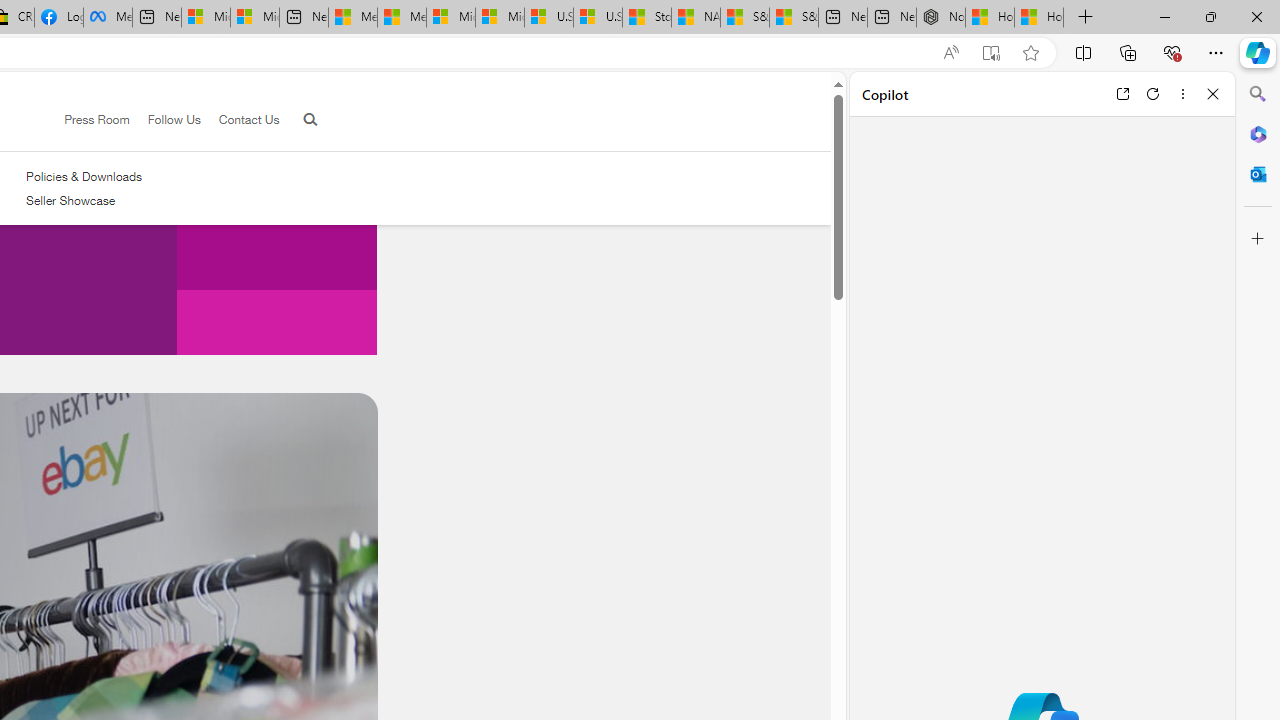 This screenshot has height=720, width=1280. Describe the element at coordinates (1039, 17) in the screenshot. I see `'How to Use a Monitor With Your Closed Laptop'` at that location.